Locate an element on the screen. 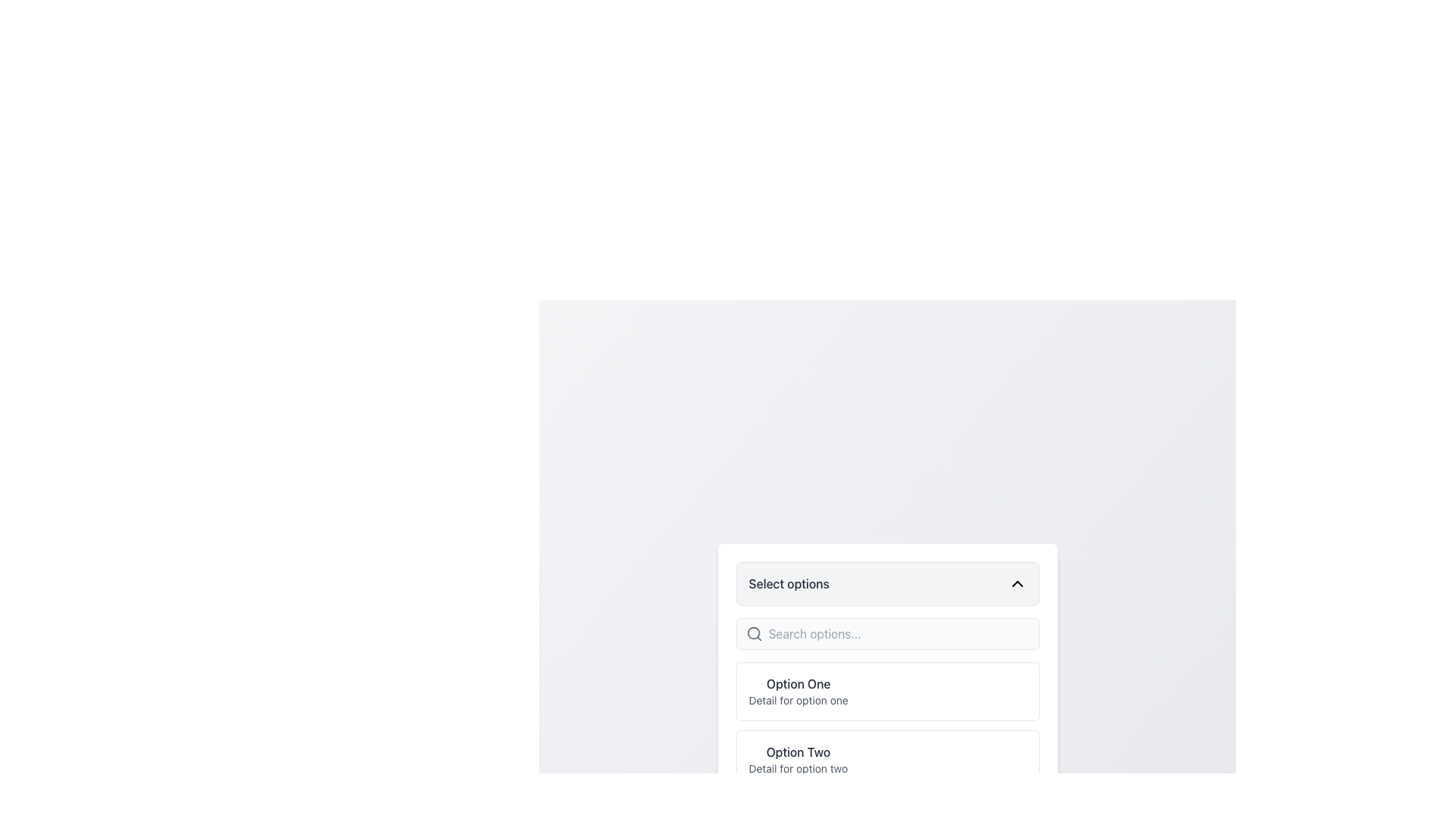 The width and height of the screenshot is (1456, 819). the text label displaying 'Detail for option one', which is styled in gray and positioned below 'Option One' in the dropdown menu options is located at coordinates (798, 701).